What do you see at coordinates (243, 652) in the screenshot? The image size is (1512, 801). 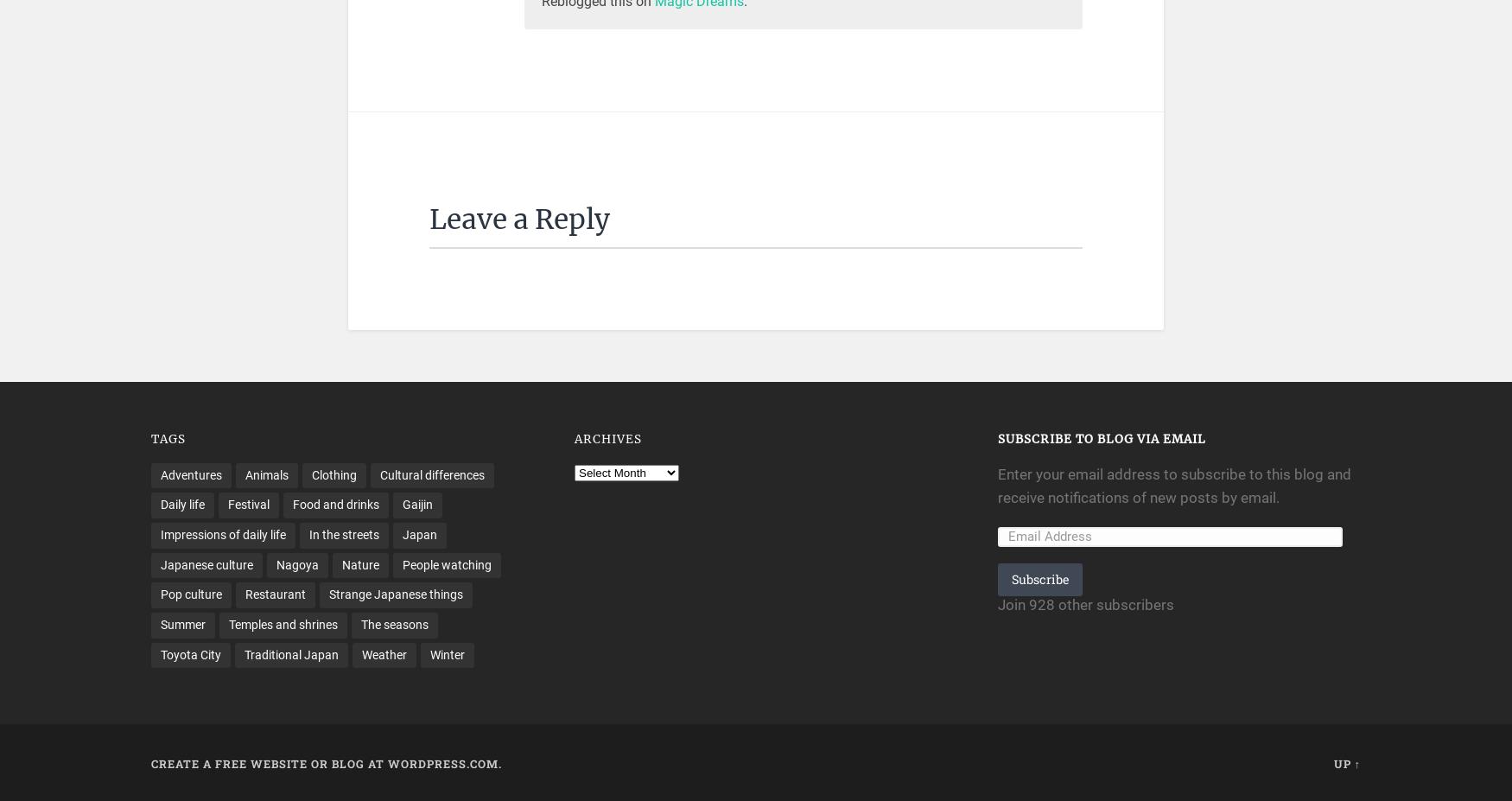 I see `'Traditional Japan'` at bounding box center [243, 652].